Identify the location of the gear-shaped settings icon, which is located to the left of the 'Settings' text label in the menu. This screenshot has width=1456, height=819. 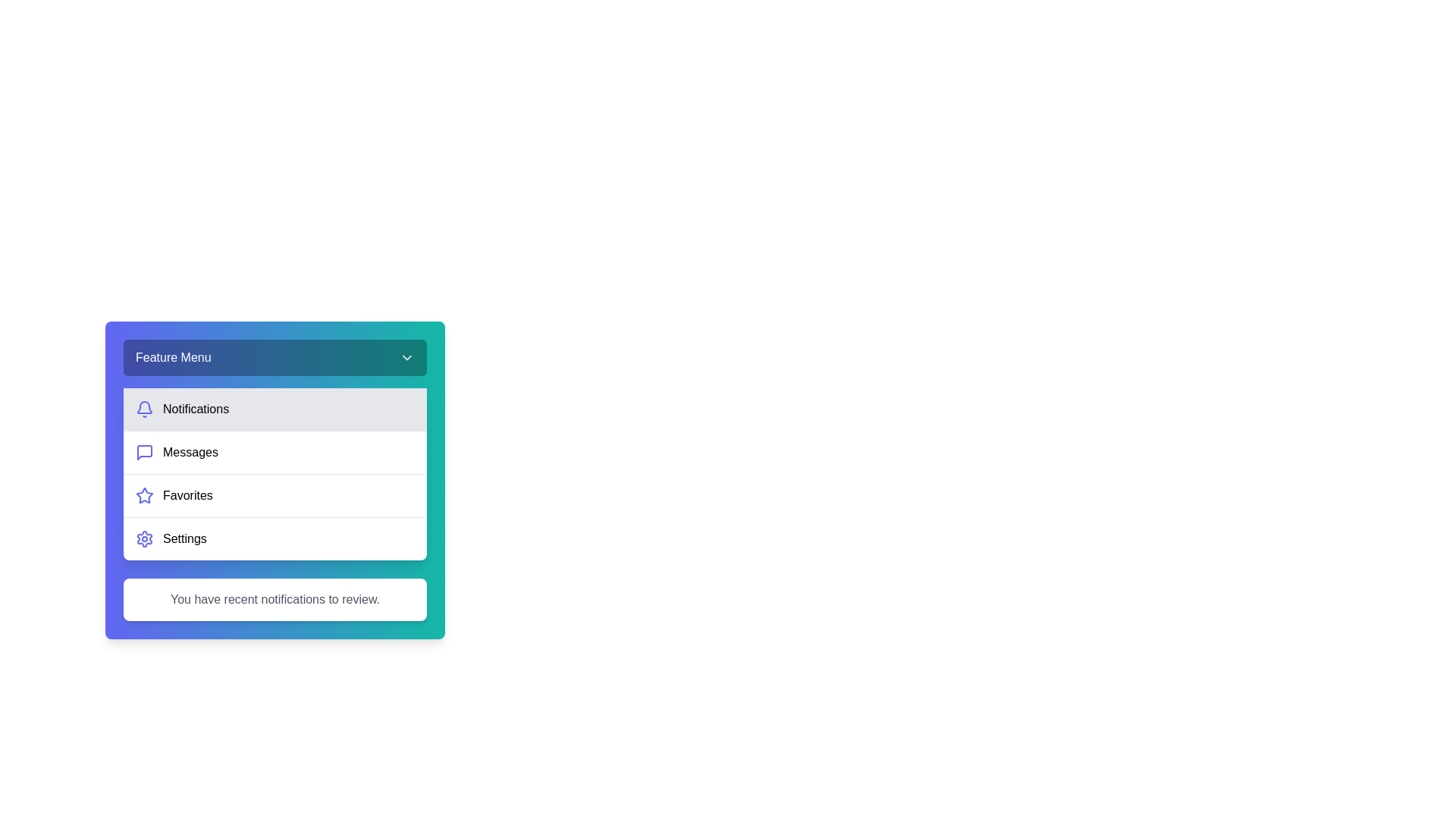
(145, 538).